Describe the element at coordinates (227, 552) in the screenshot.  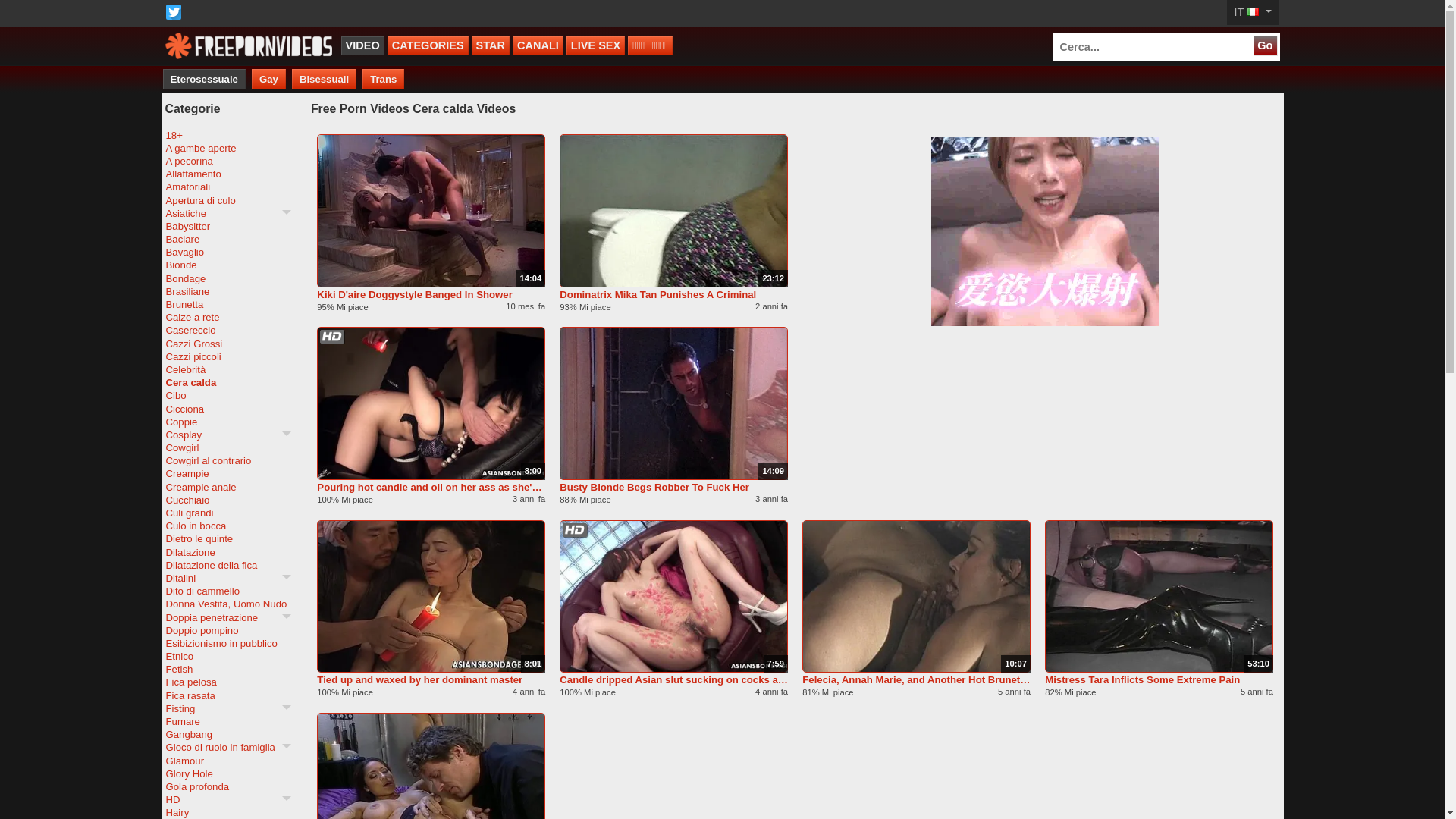
I see `'Dilatazione'` at that location.